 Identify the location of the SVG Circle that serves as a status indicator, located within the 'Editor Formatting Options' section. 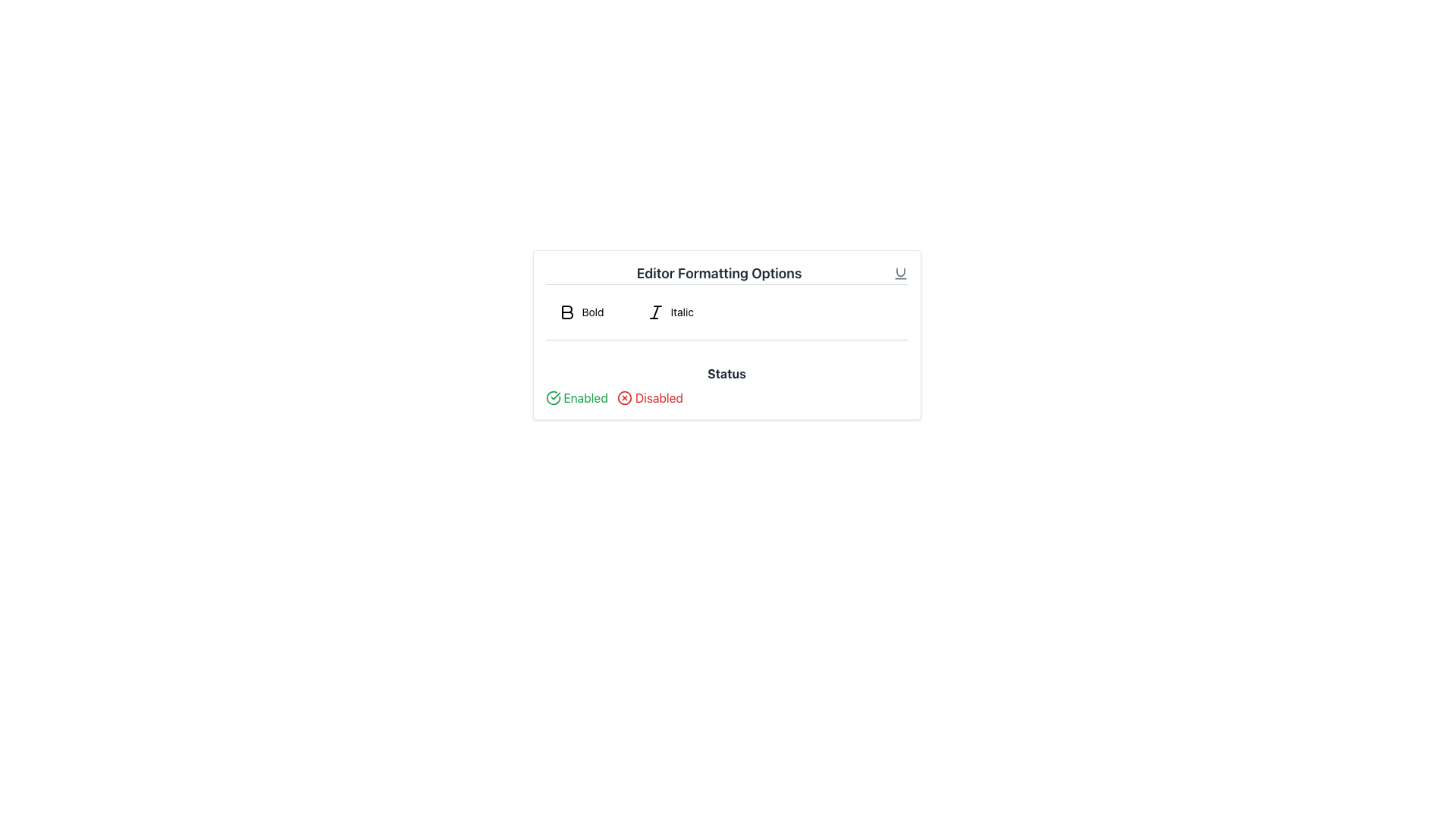
(624, 397).